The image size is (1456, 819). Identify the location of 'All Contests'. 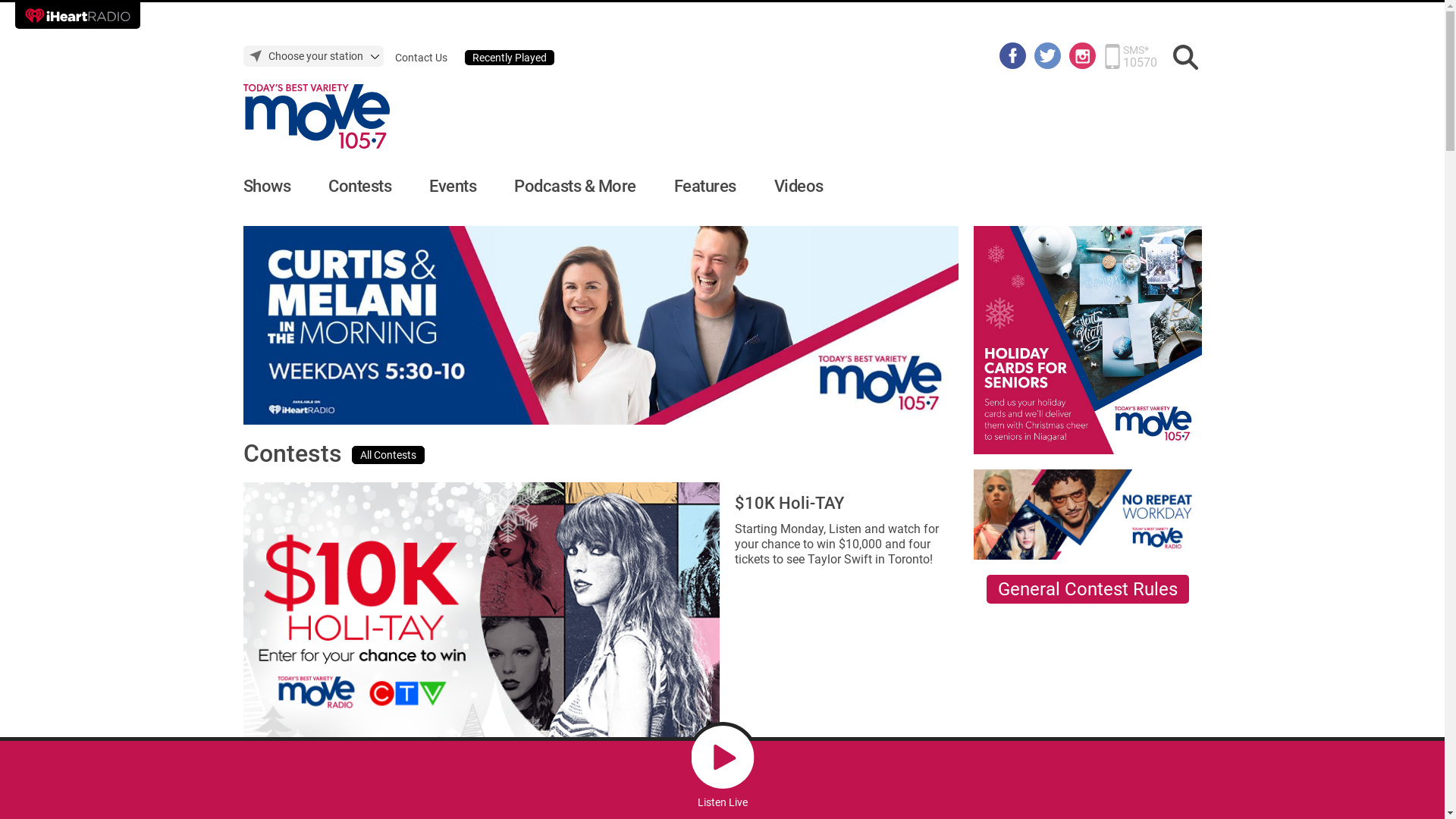
(388, 454).